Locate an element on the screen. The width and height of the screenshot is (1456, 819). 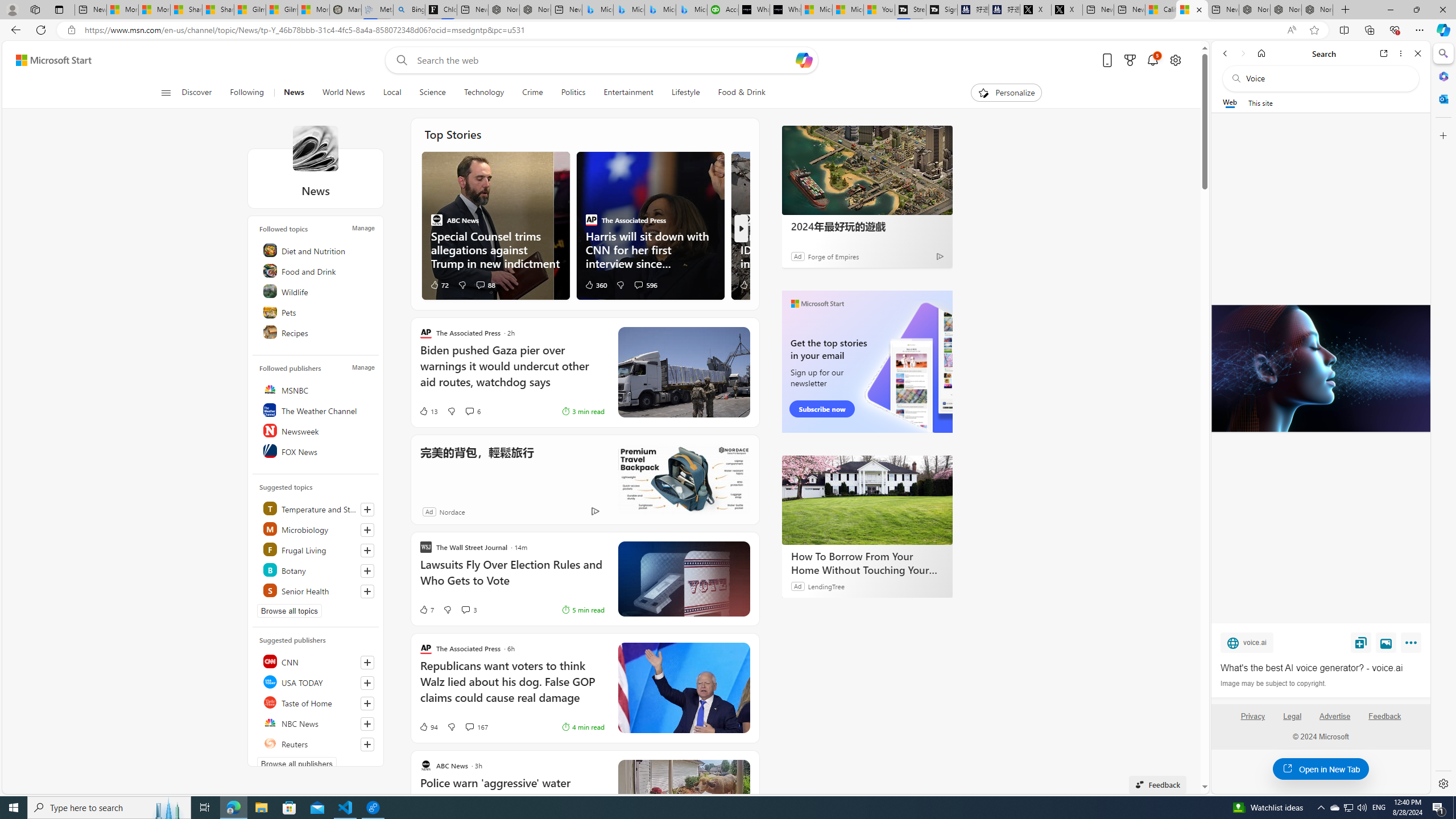
'Entertainment' is located at coordinates (628, 92).